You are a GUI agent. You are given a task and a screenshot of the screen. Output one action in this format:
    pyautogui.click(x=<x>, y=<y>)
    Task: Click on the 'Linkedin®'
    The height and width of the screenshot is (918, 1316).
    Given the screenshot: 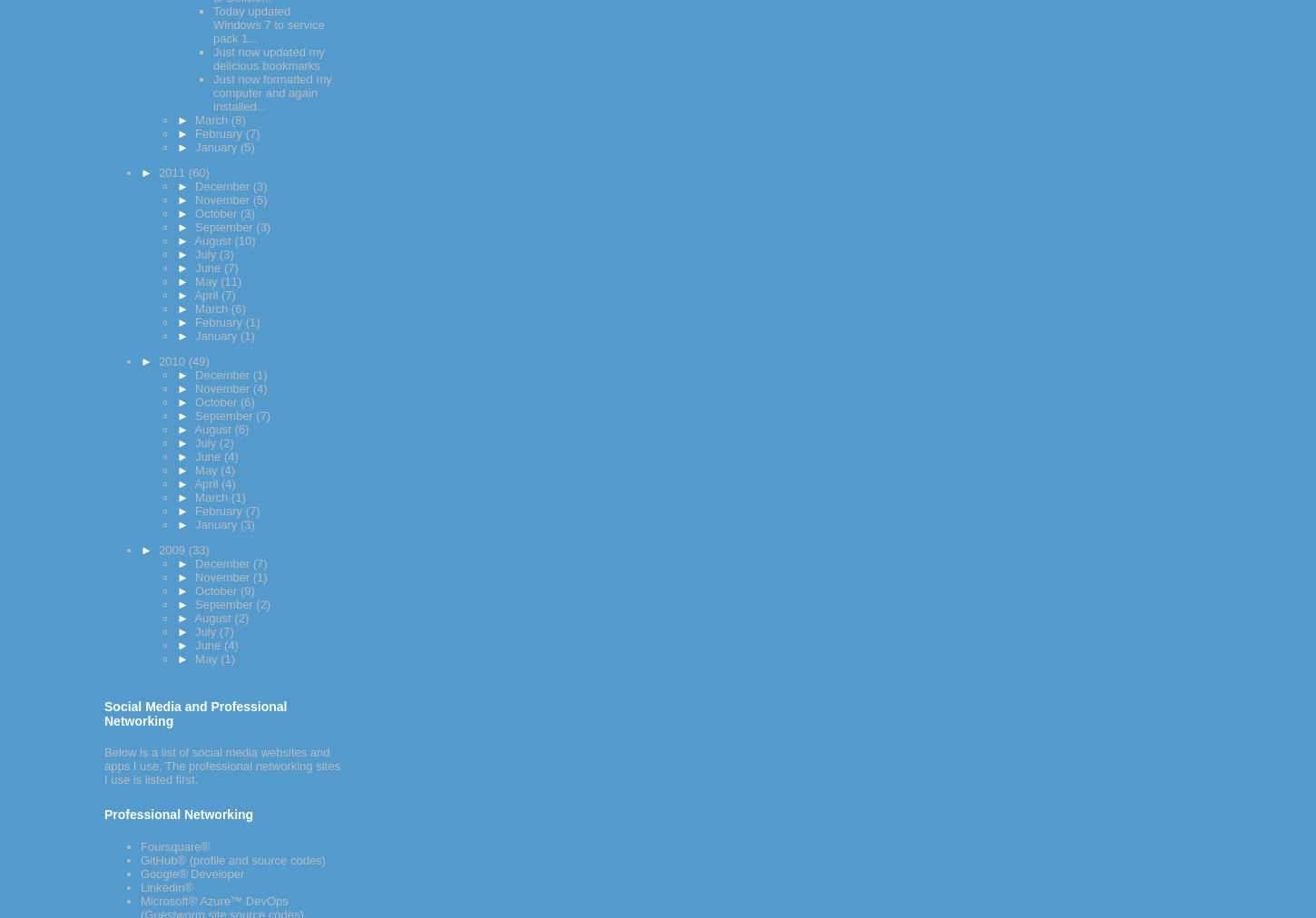 What is the action you would take?
    pyautogui.click(x=166, y=887)
    